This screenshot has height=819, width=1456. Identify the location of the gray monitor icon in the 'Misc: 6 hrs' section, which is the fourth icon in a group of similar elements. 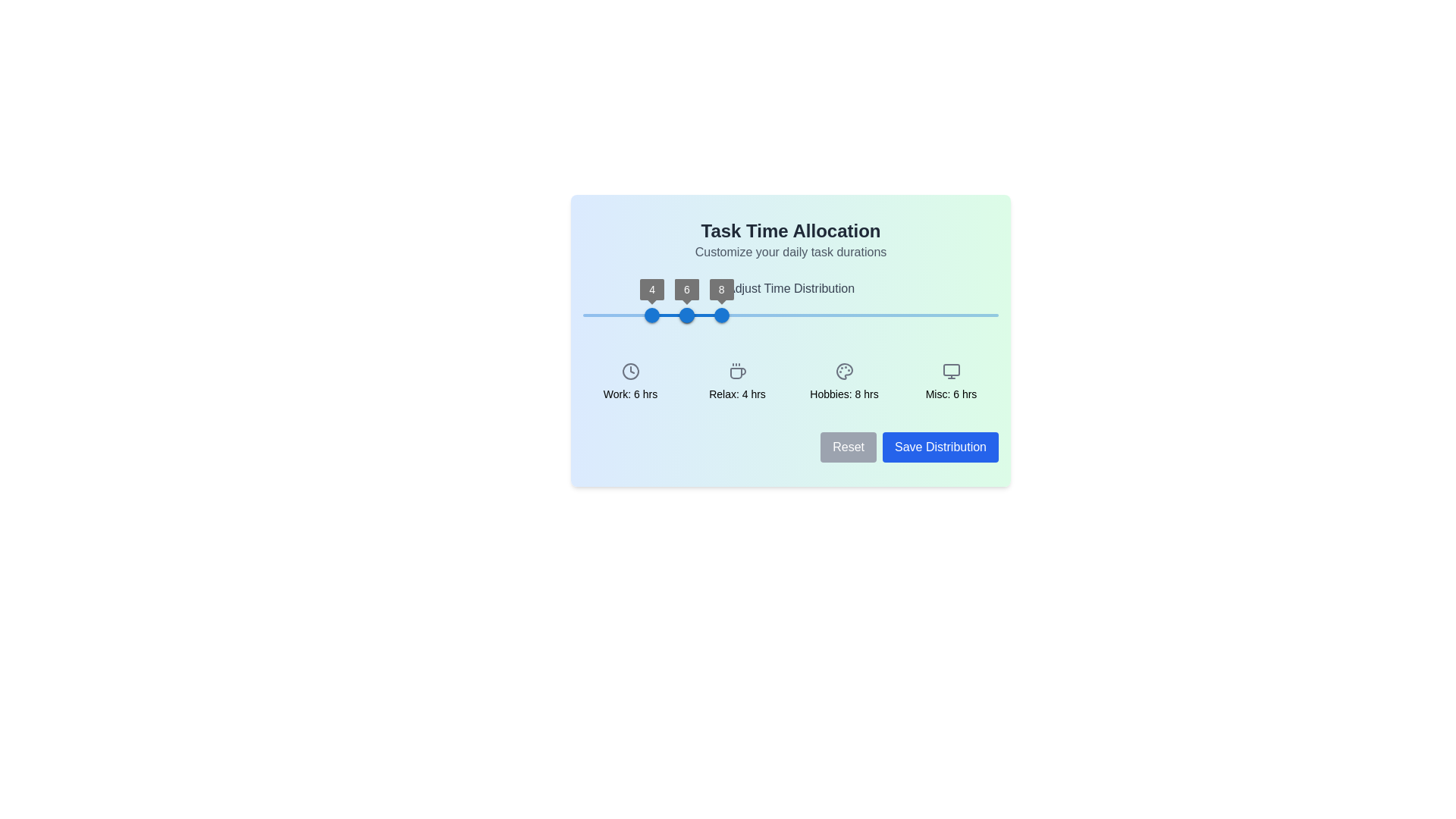
(950, 371).